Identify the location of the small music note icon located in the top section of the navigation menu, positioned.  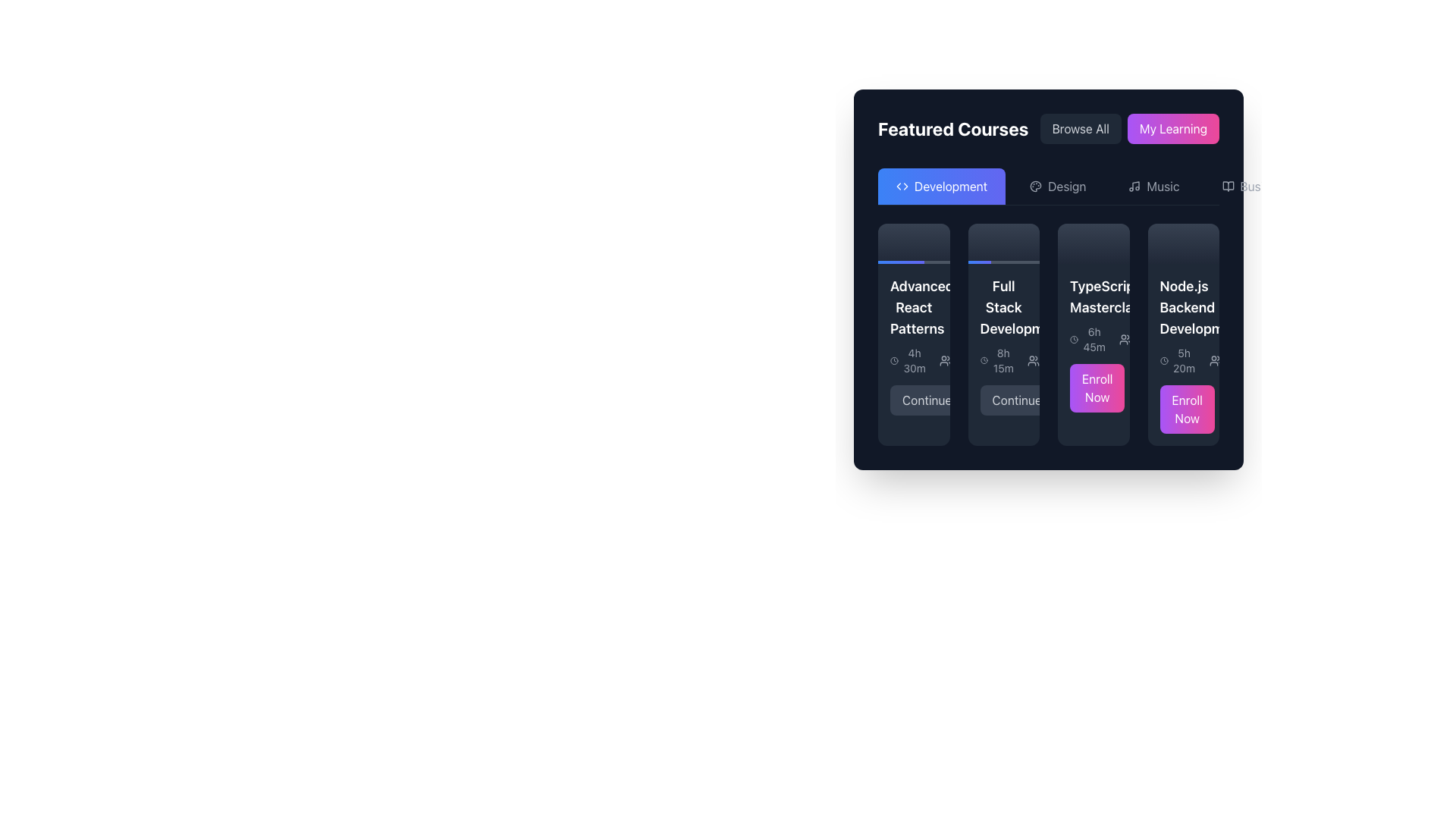
(1134, 186).